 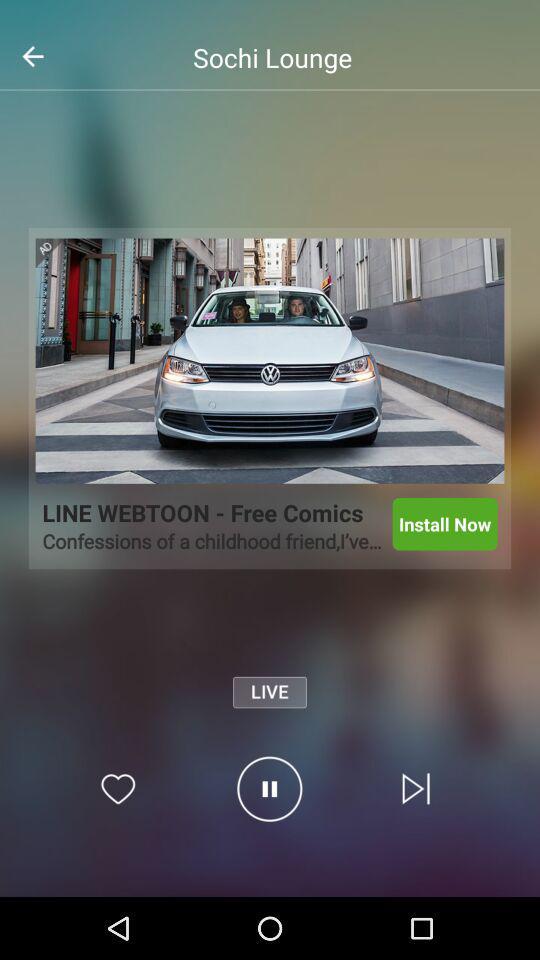 I want to click on the pause icon, so click(x=269, y=789).